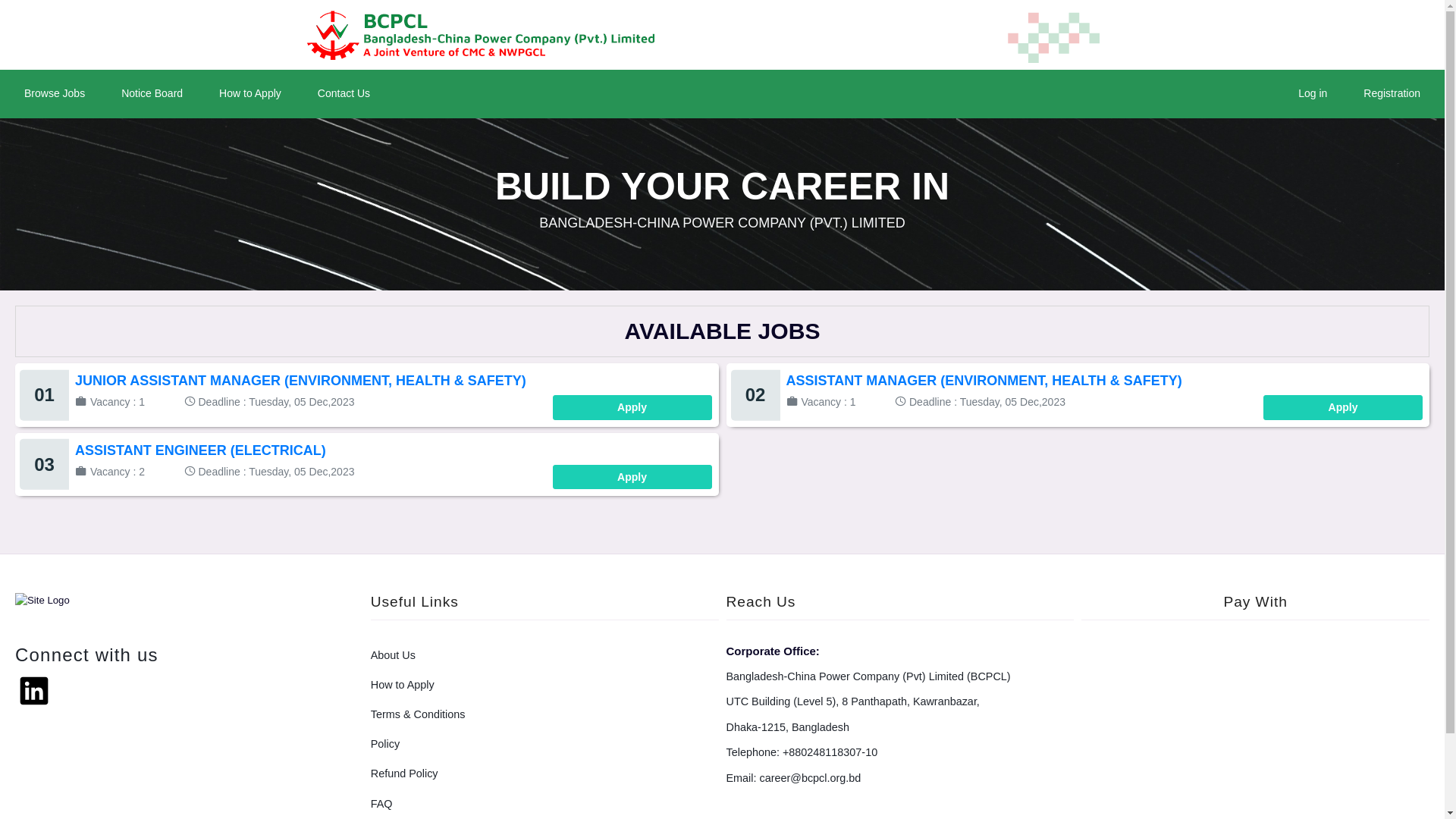  Describe the element at coordinates (343, 93) in the screenshot. I see `'Contact Us'` at that location.